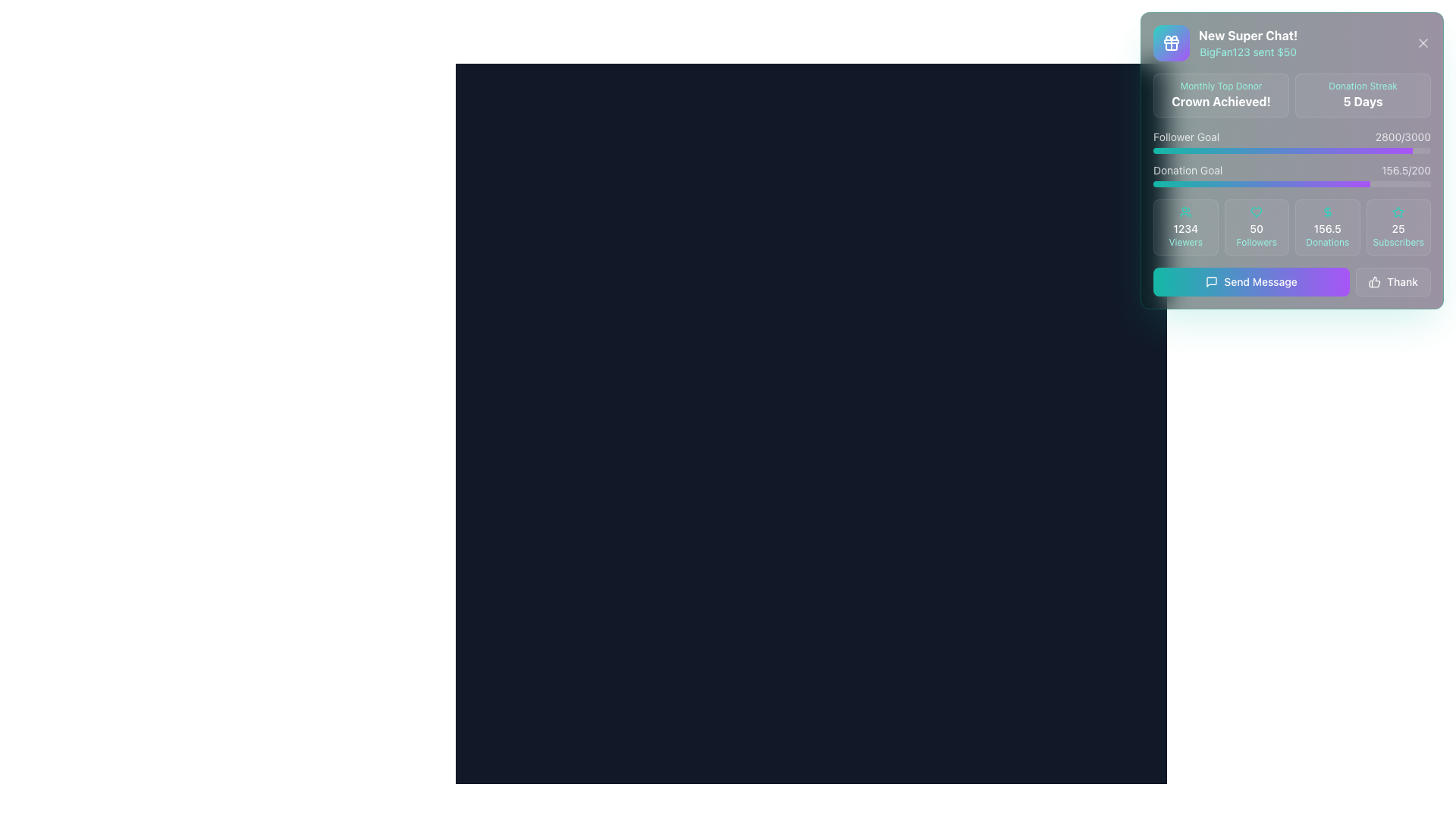 This screenshot has height=819, width=1456. What do you see at coordinates (1398, 227) in the screenshot?
I see `the Information Display Block that features a light teal star icon, the bold number '25', and the label 'subscribers' in turquoise text, located at the bottom-right of the card` at bounding box center [1398, 227].